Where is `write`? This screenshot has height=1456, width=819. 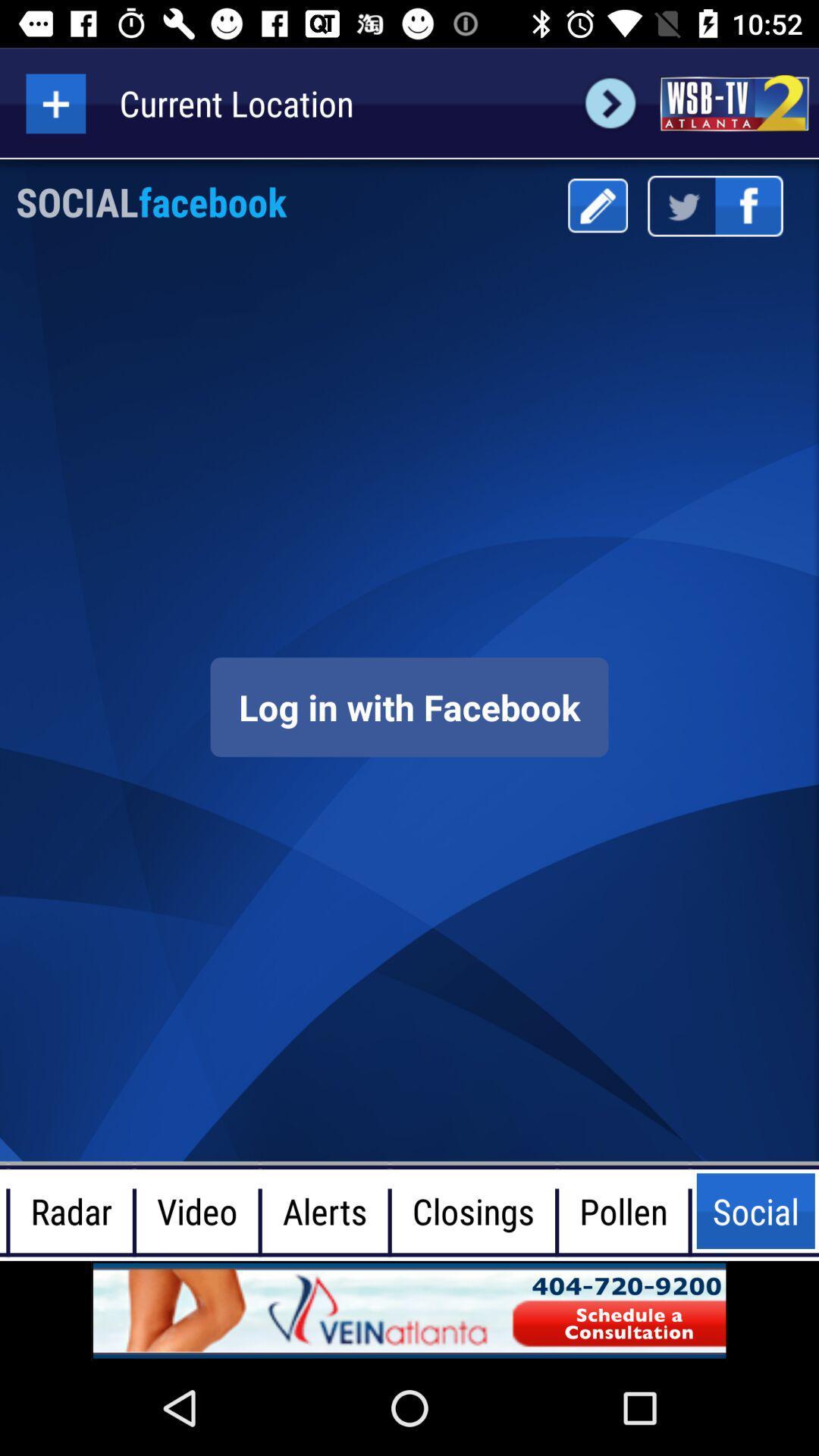 write is located at coordinates (597, 205).